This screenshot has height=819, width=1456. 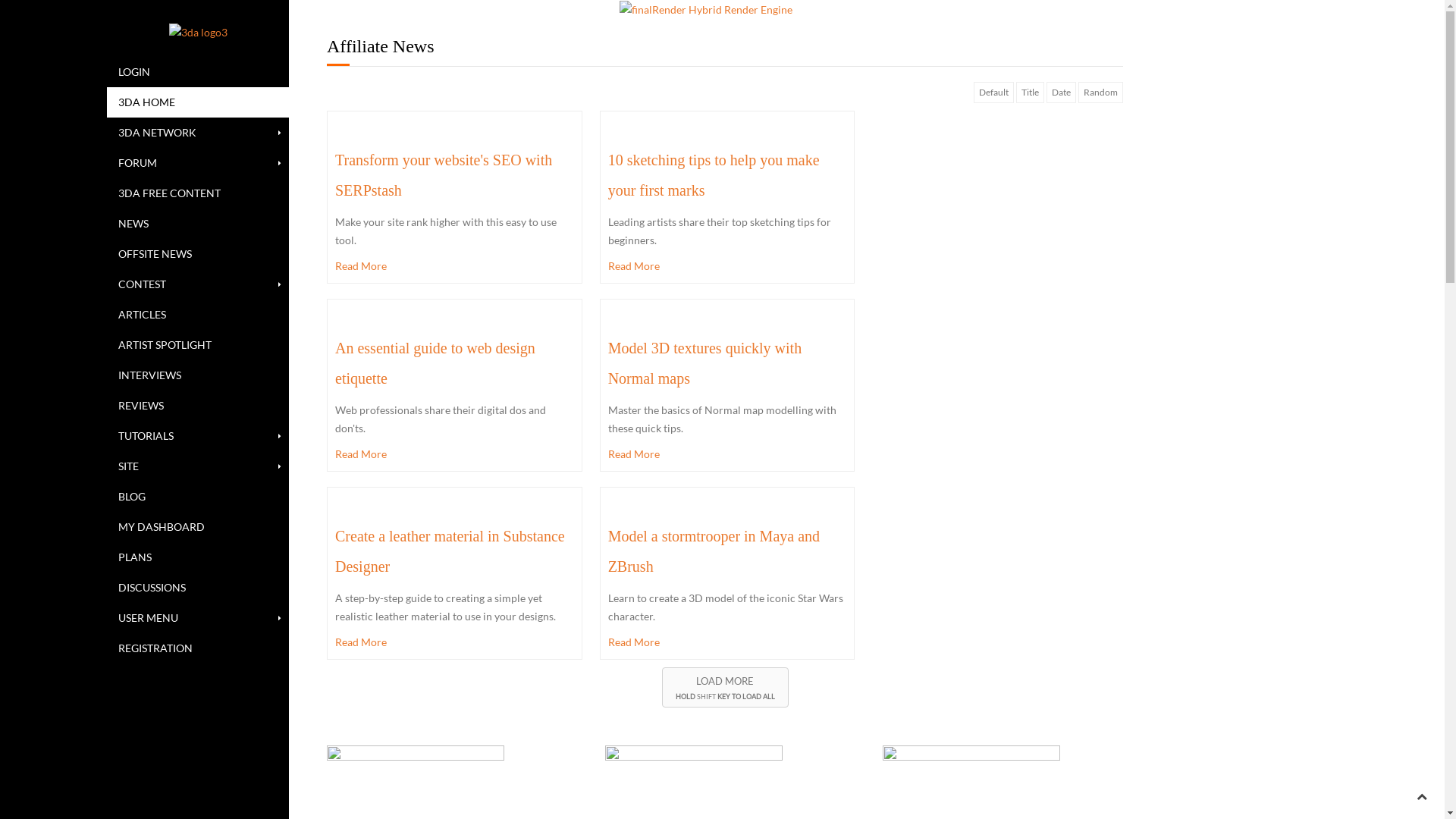 I want to click on 'INTERVIEWS', so click(x=105, y=375).